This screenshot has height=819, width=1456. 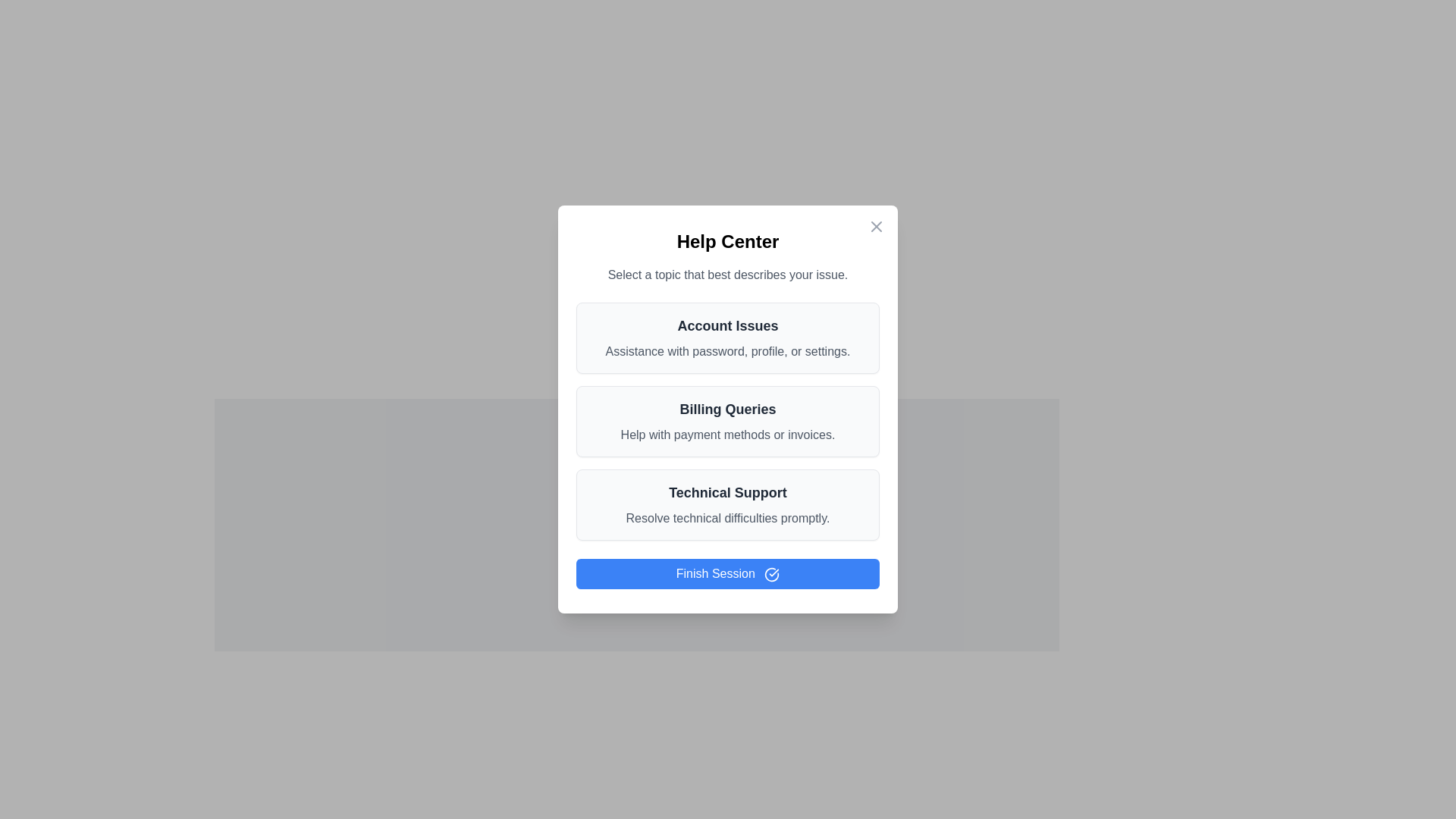 I want to click on the text label reading 'Help with payment methods or invoices.' which is located in a light gray font within a darker box, situated under the 'Billing Queries' section, so click(x=728, y=435).